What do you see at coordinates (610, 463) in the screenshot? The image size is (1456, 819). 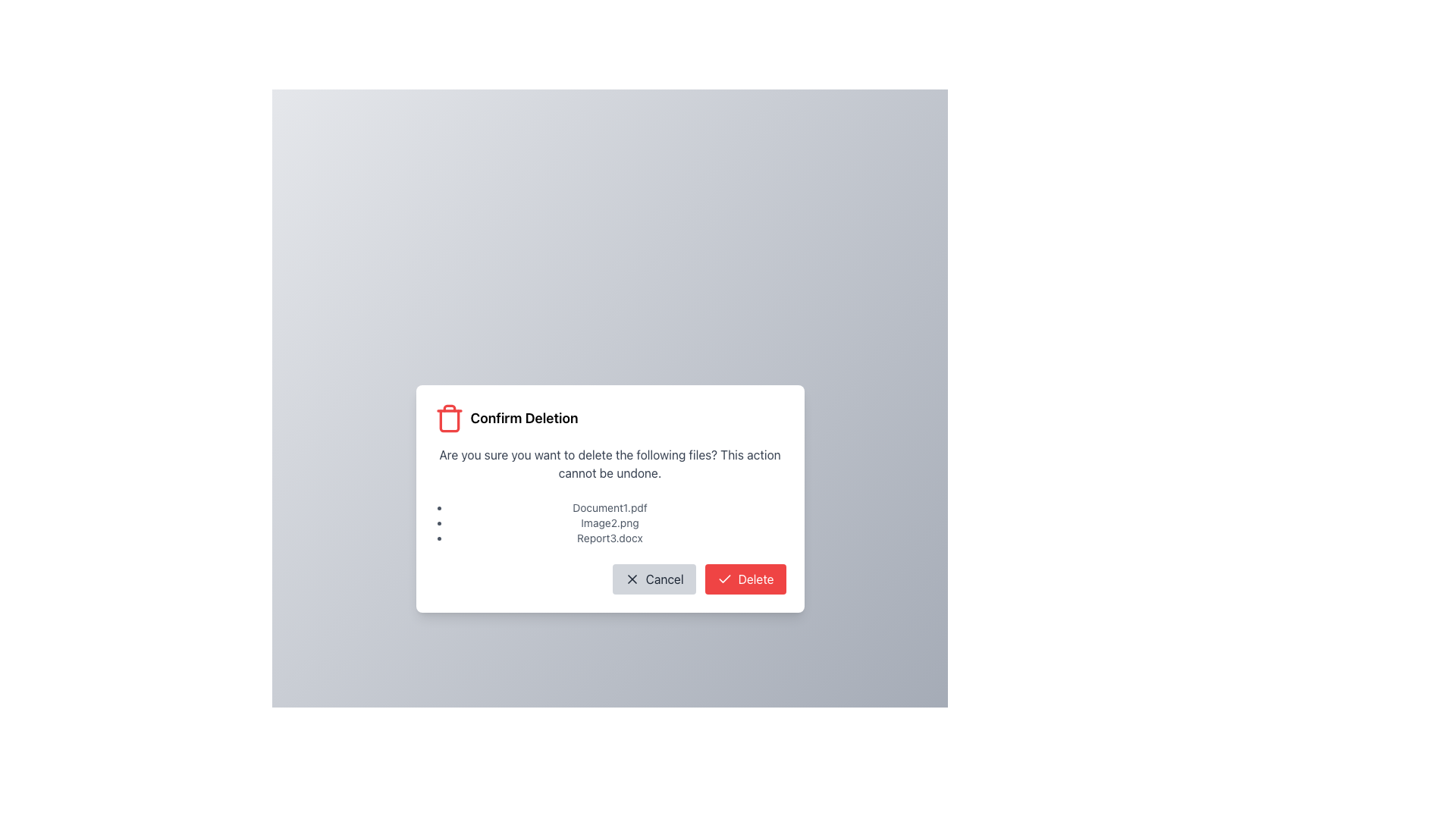 I see `the warning message text label that indicates the irreversibility of file deletion, located below the 'Confirm Deletion' header` at bounding box center [610, 463].